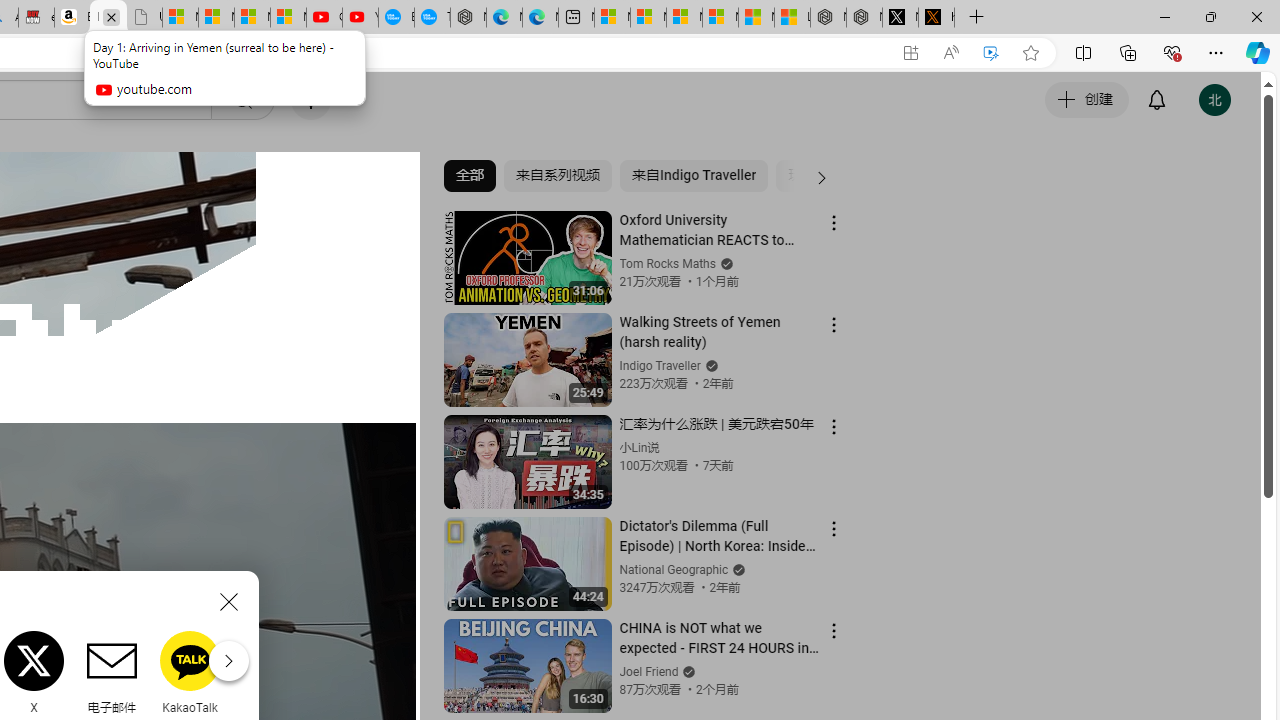 The image size is (1280, 720). Describe the element at coordinates (909, 52) in the screenshot. I see `'App available. Install YouTube'` at that location.